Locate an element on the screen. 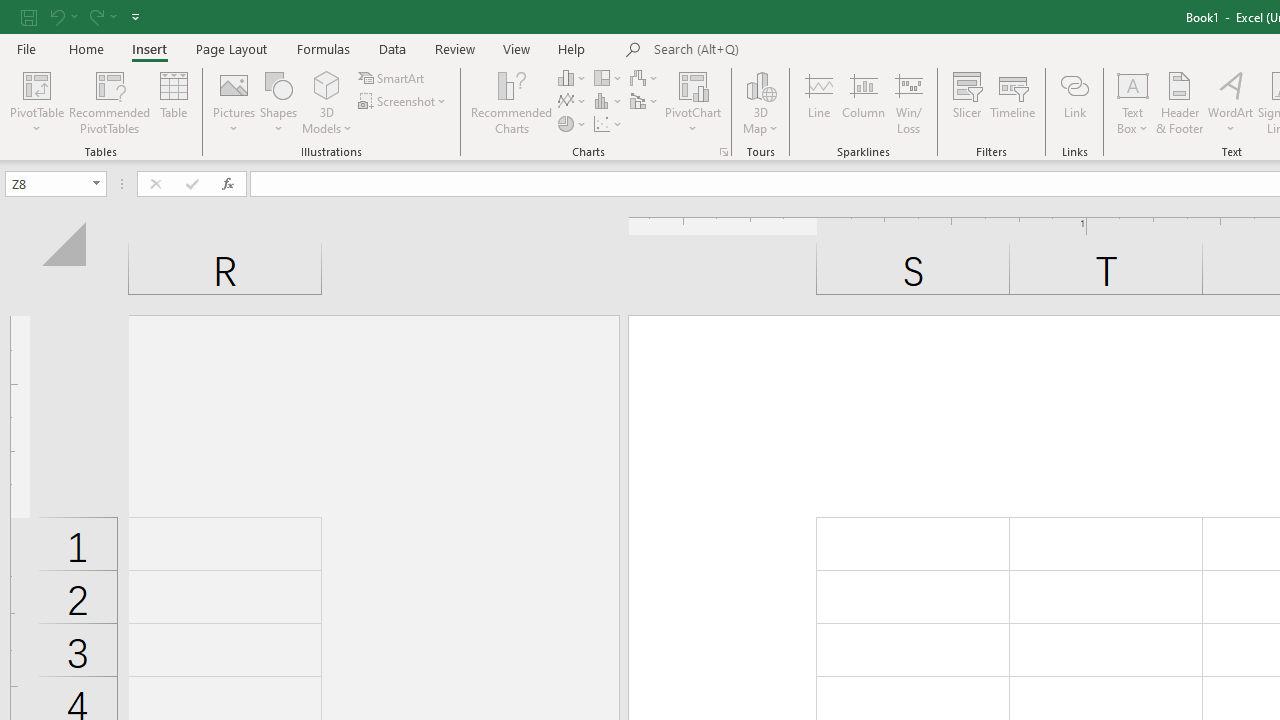  'PivotTable' is located at coordinates (37, 84).